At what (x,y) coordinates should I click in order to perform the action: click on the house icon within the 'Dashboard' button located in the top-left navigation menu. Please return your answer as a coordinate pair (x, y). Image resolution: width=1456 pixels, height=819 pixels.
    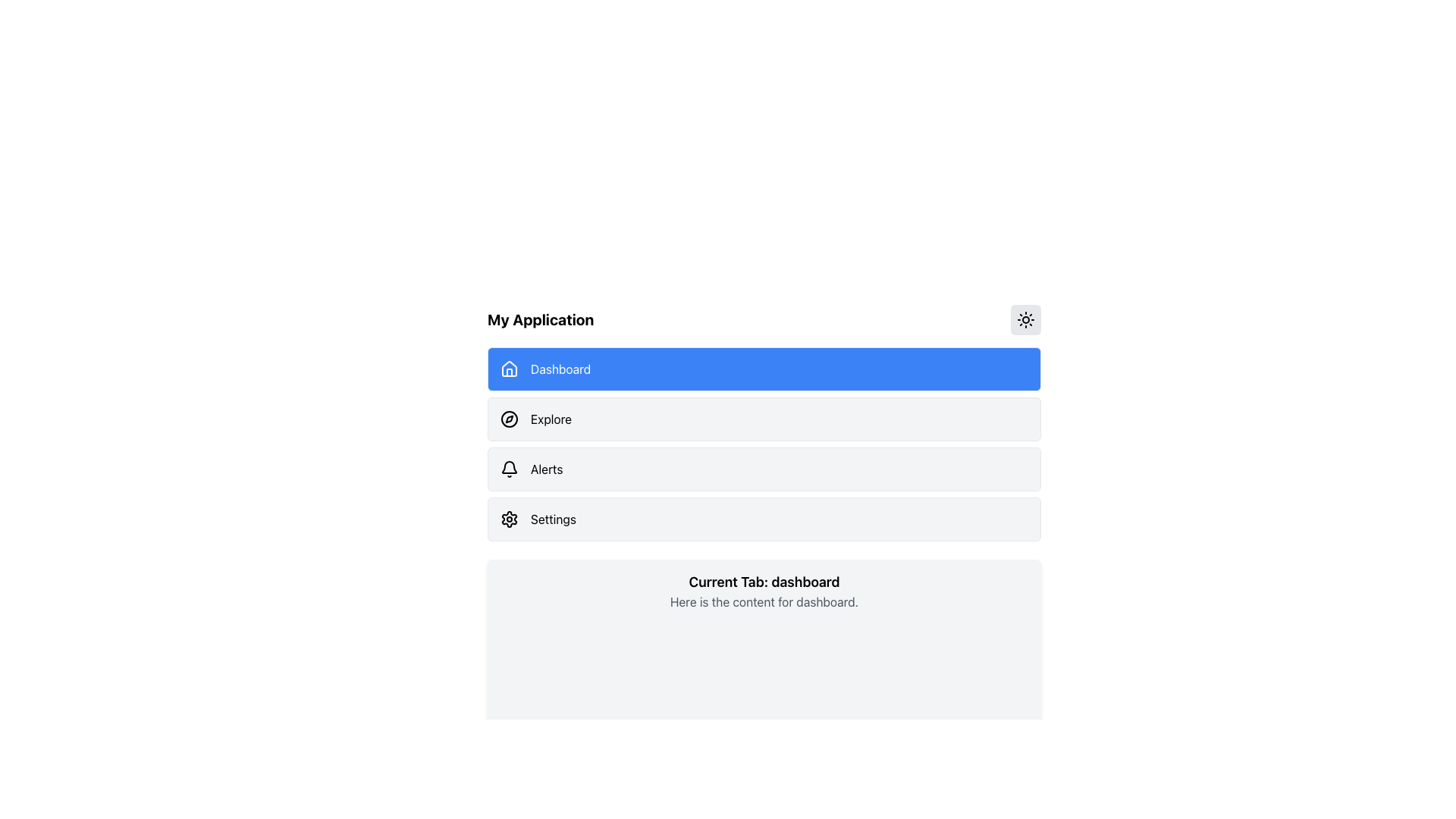
    Looking at the image, I should click on (510, 369).